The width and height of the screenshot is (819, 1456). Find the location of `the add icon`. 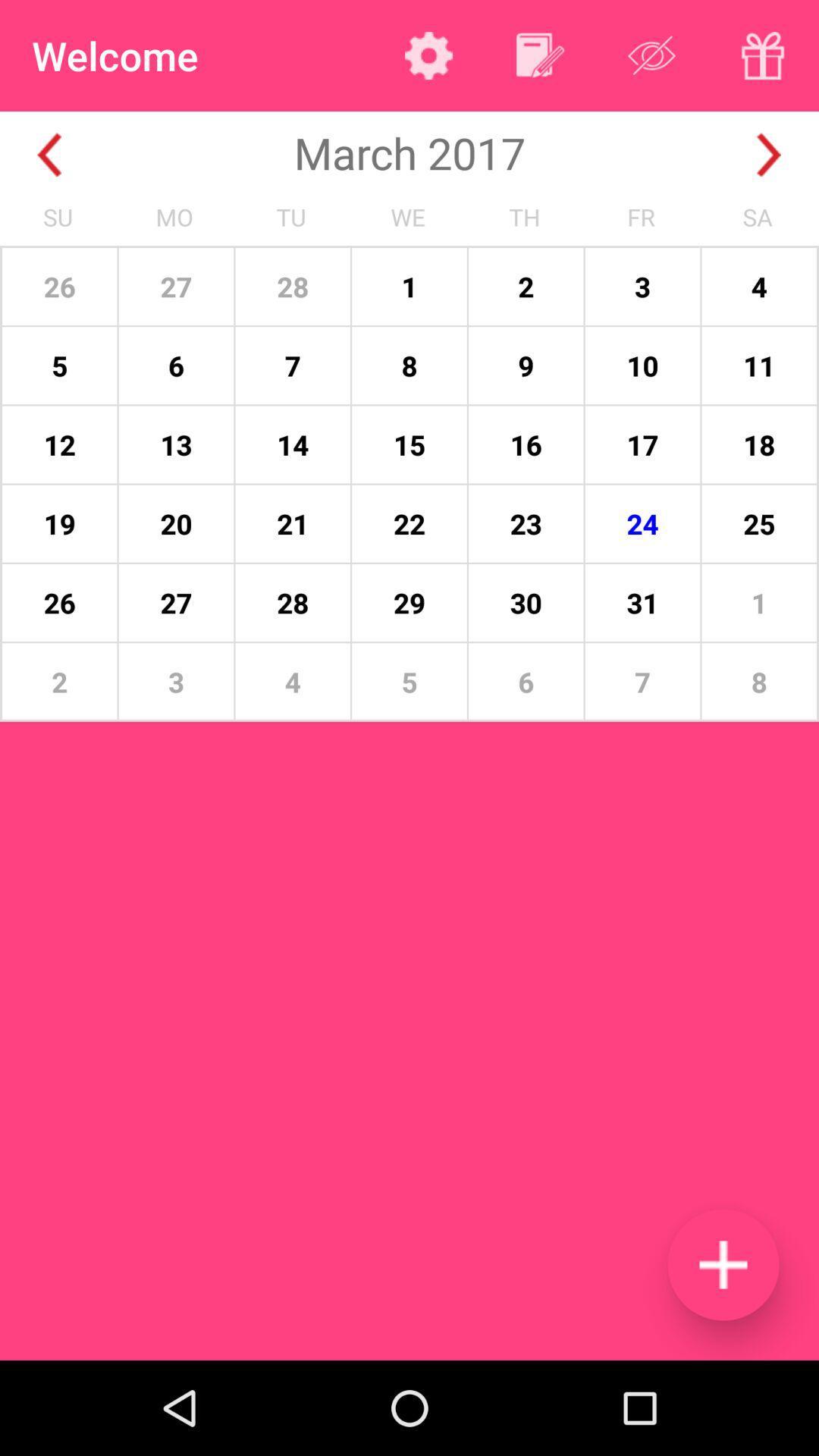

the add icon is located at coordinates (722, 1264).